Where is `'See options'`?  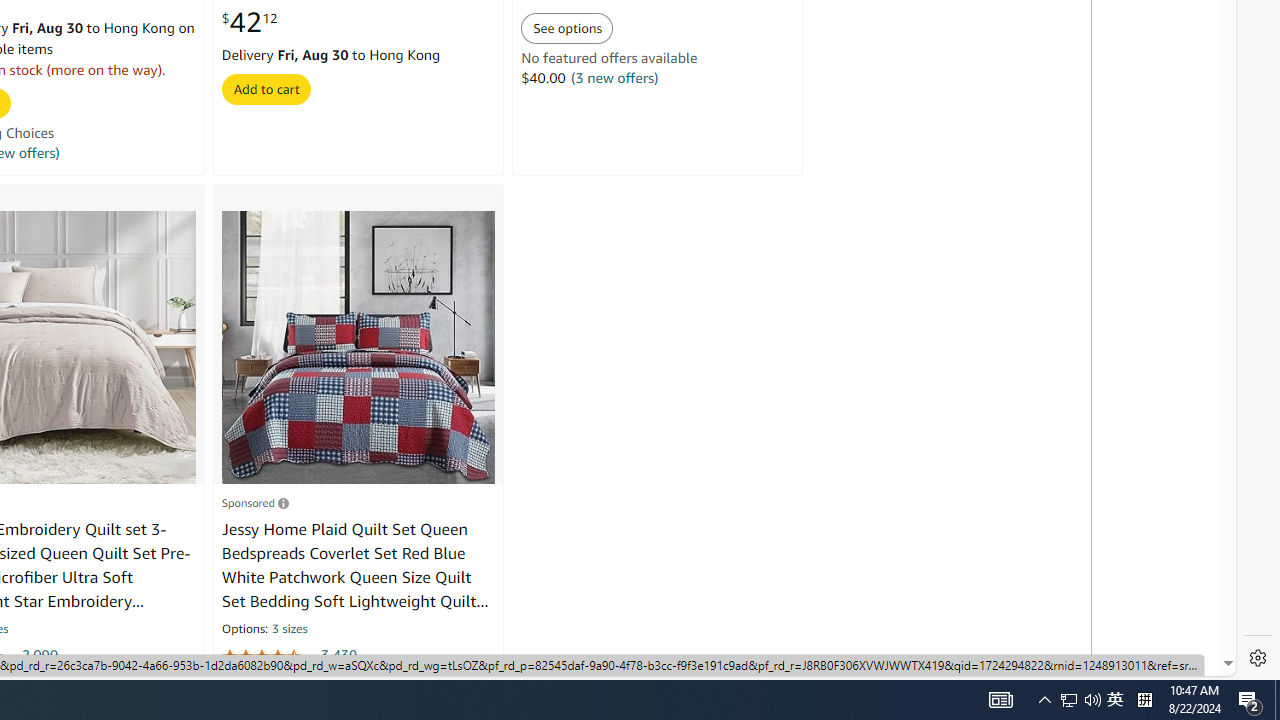
'See options' is located at coordinates (566, 28).